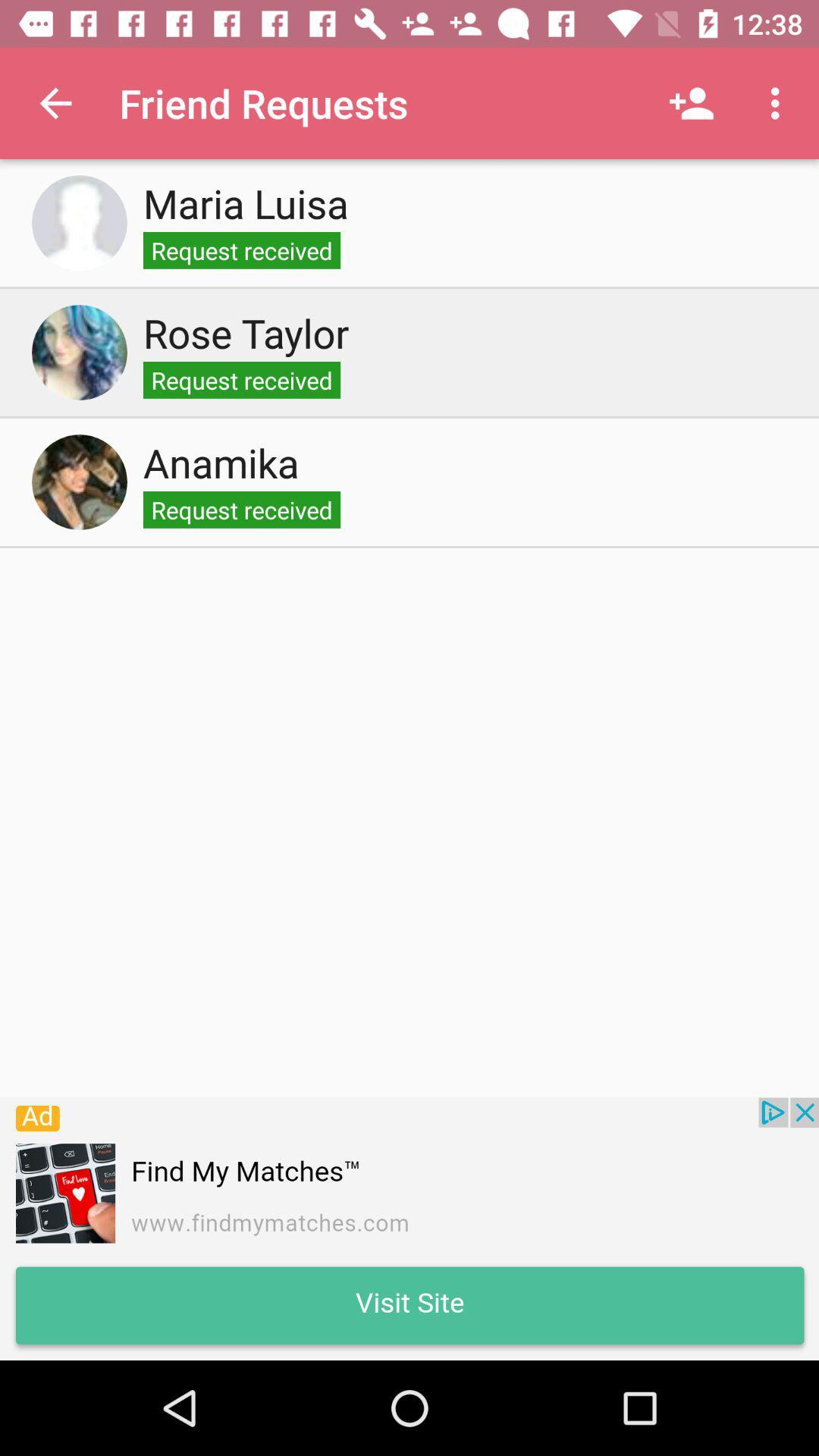 The image size is (819, 1456). Describe the element at coordinates (409, 1228) in the screenshot. I see `advertisement` at that location.